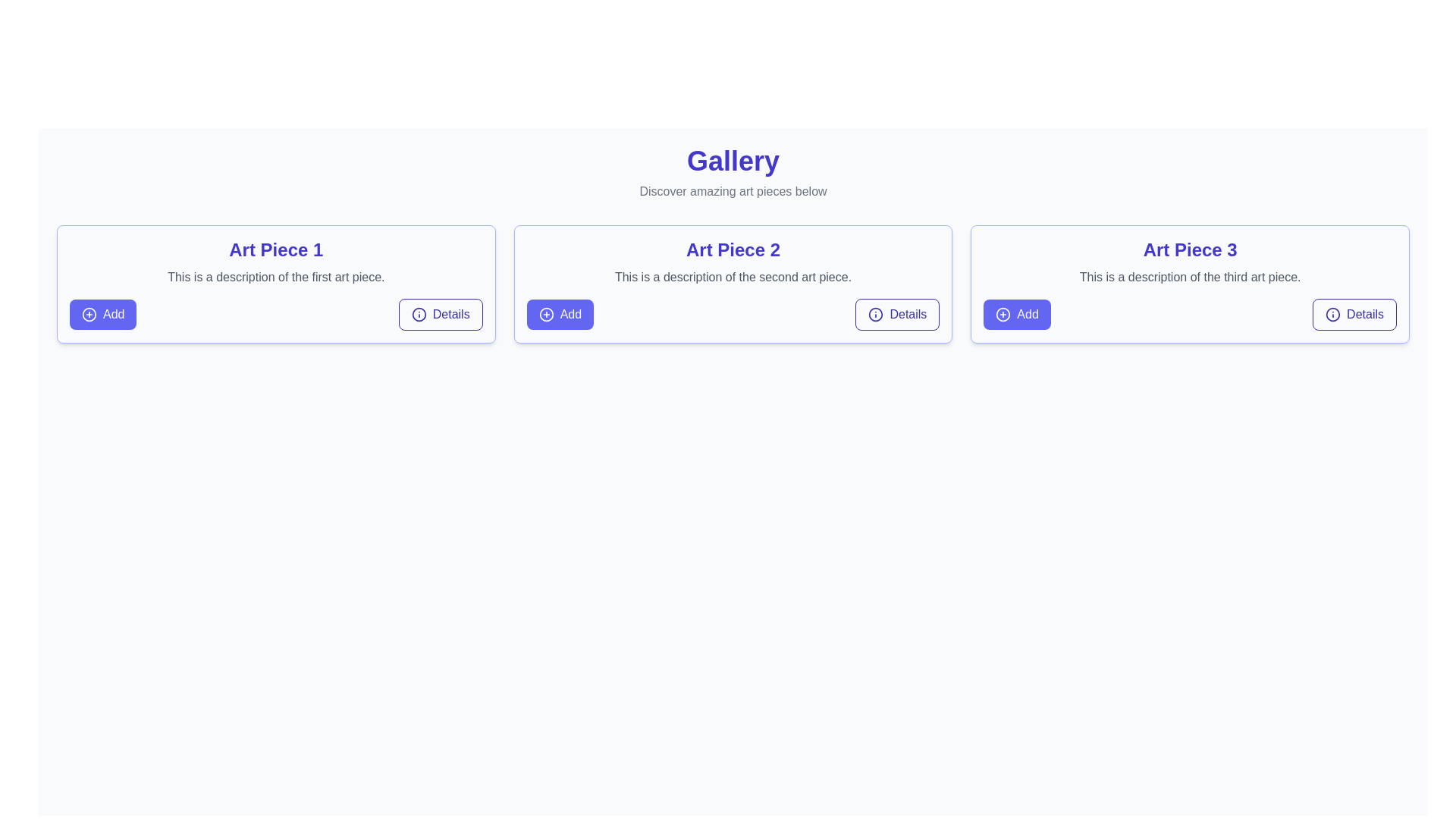 The height and width of the screenshot is (819, 1456). What do you see at coordinates (876, 314) in the screenshot?
I see `the information icon inside the 'Details' button of the second art piece card in the middle column` at bounding box center [876, 314].